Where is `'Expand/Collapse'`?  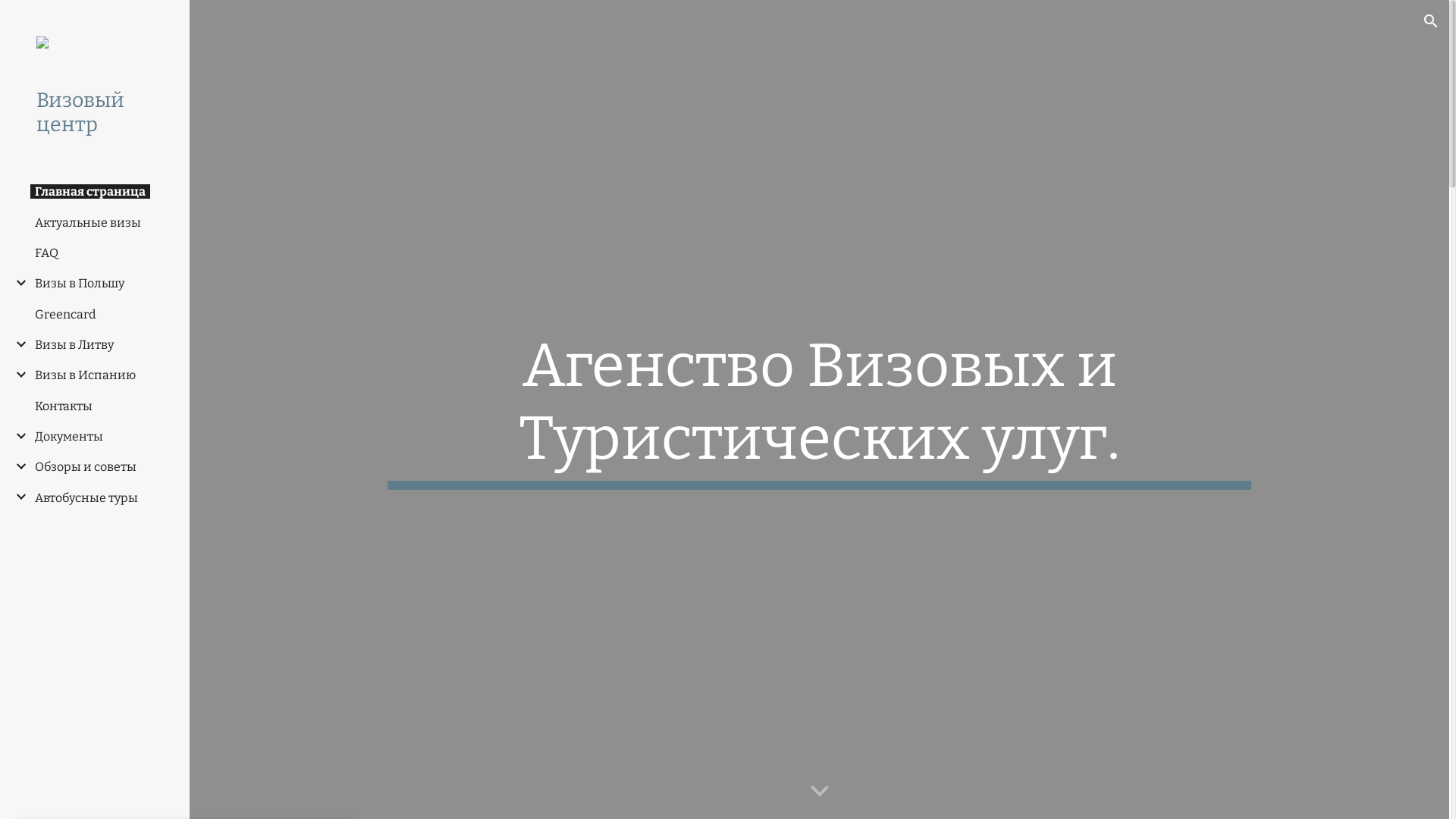 'Expand/Collapse' is located at coordinates (17, 344).